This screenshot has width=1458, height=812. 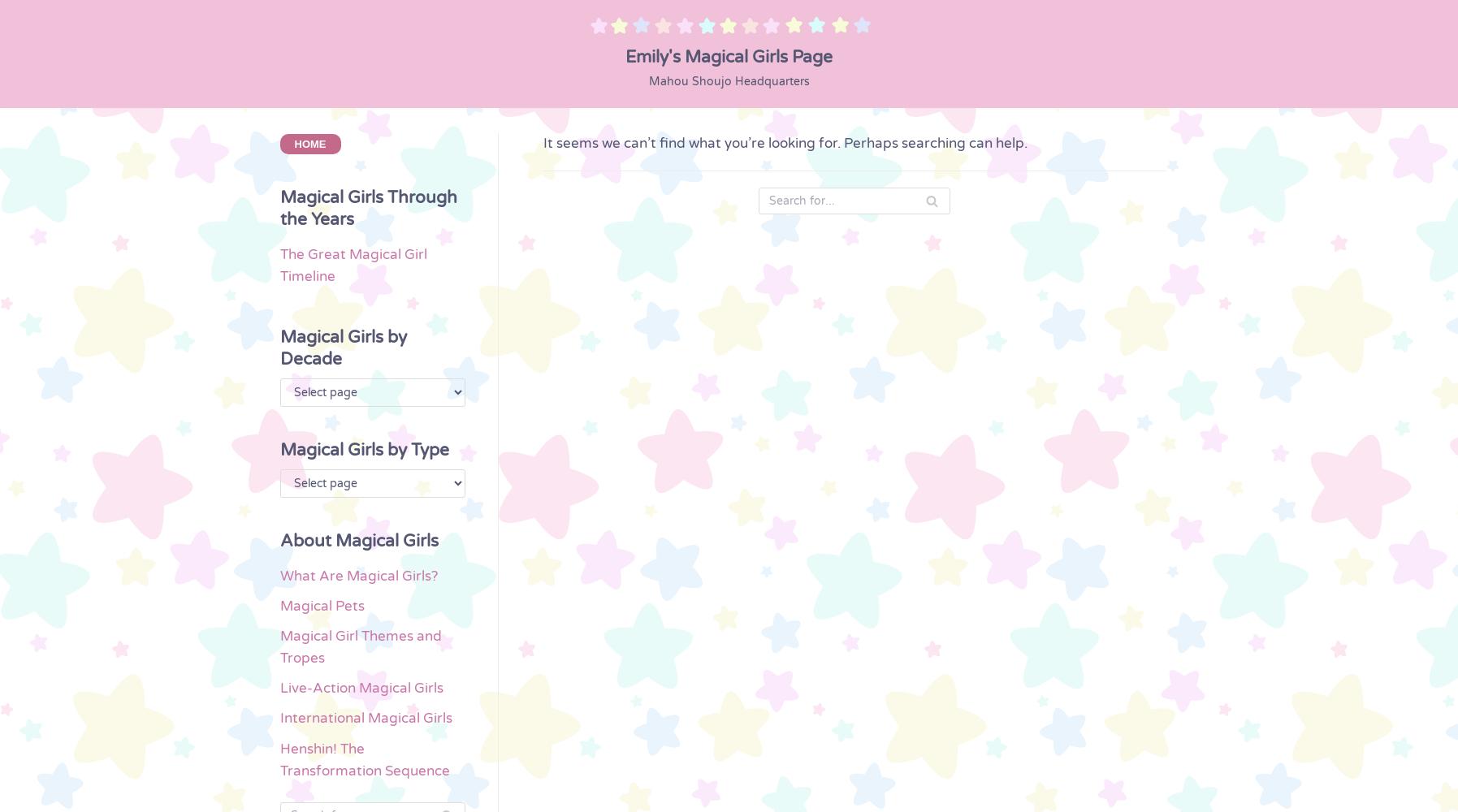 What do you see at coordinates (728, 55) in the screenshot?
I see `'Emily's Magical Girls Page'` at bounding box center [728, 55].